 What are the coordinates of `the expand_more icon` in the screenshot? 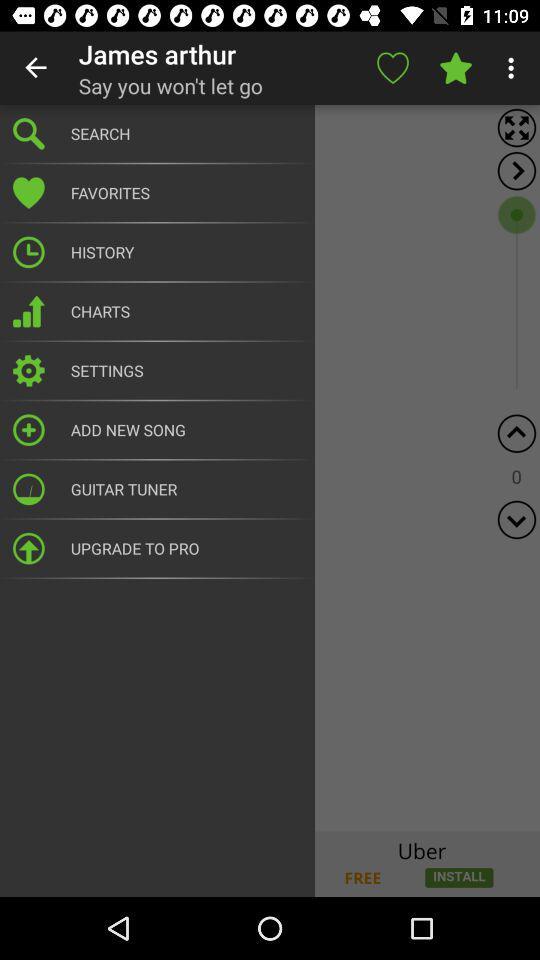 It's located at (516, 518).